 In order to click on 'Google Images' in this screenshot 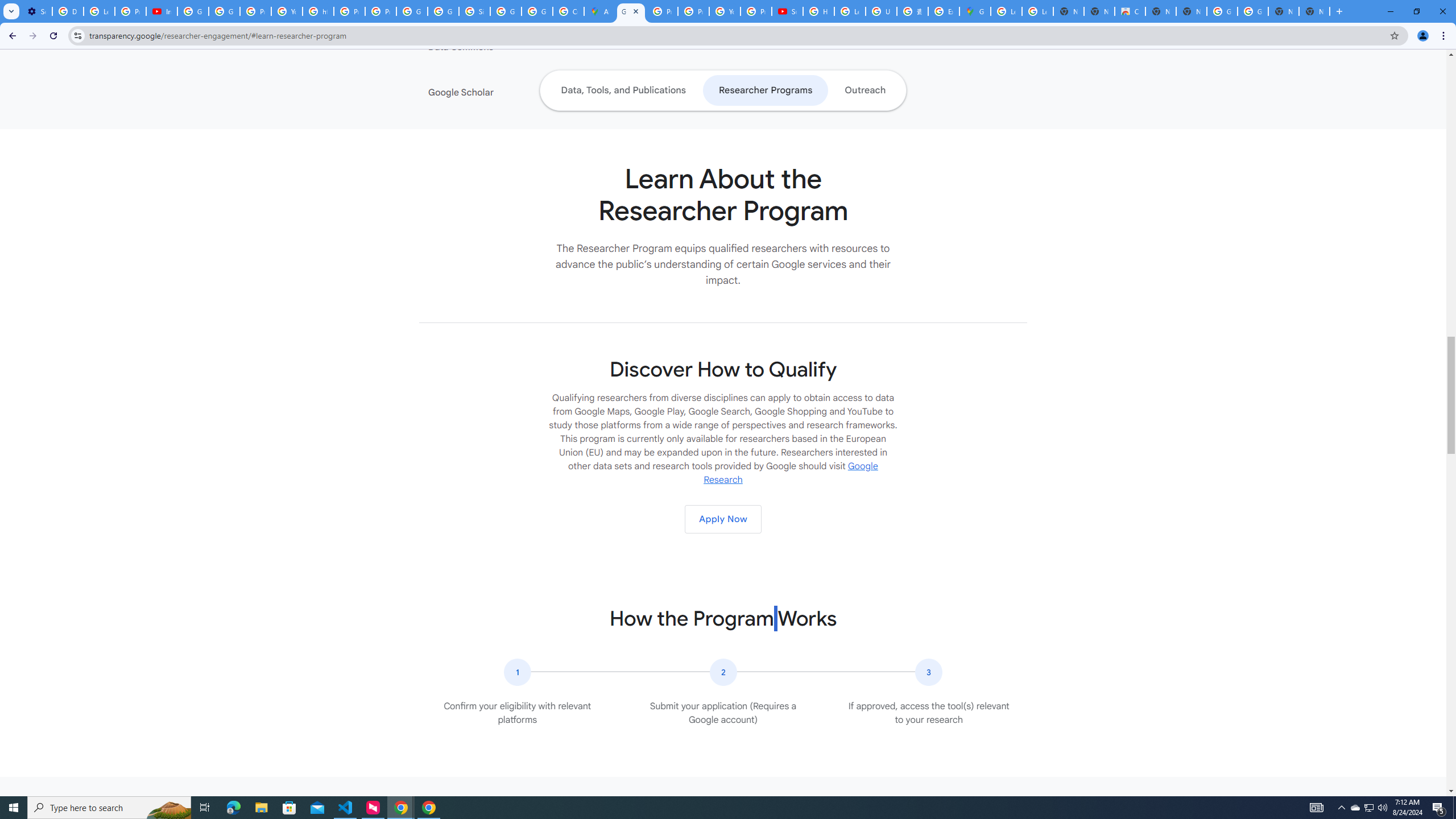, I will do `click(1252, 11)`.